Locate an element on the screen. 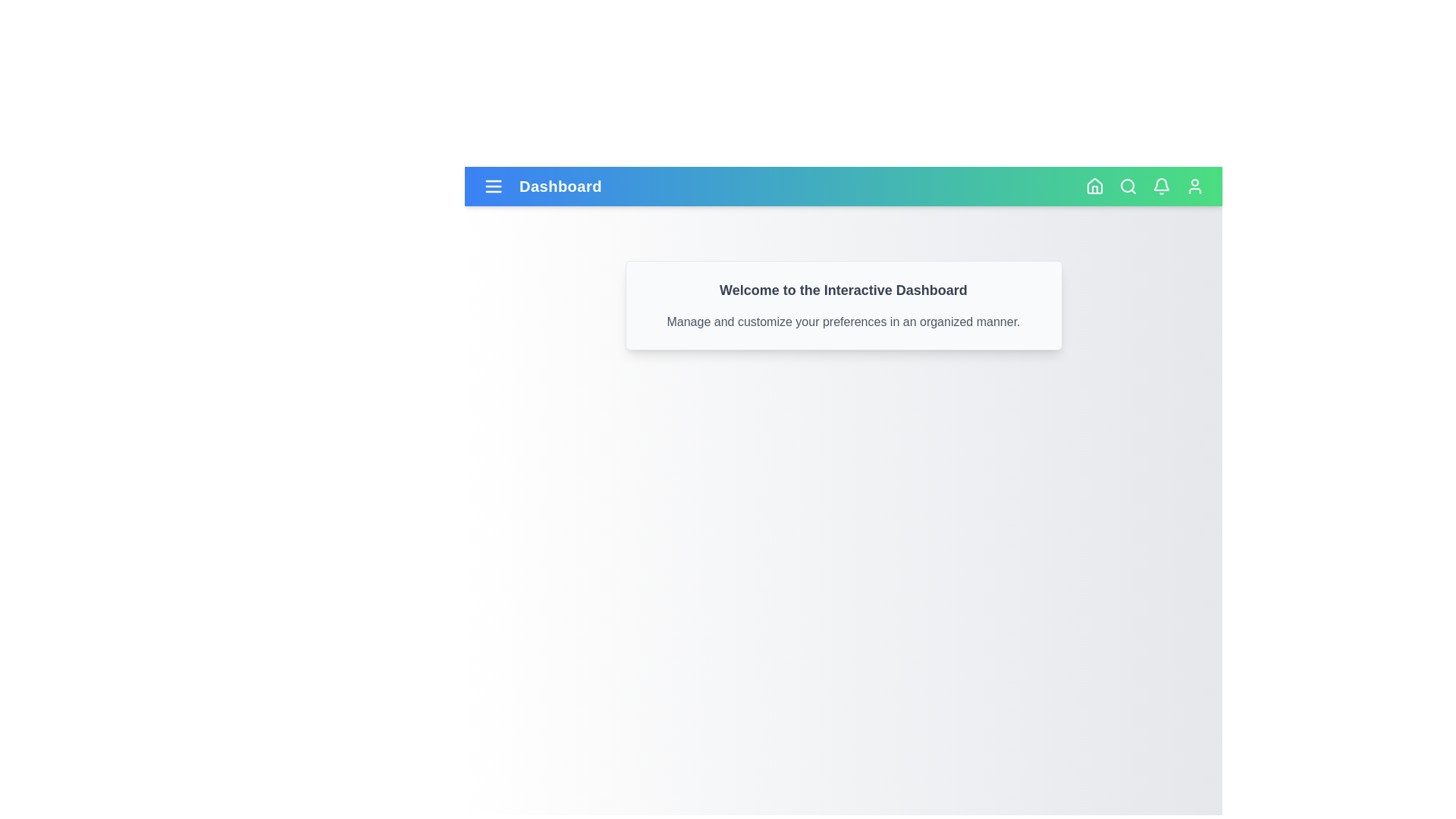 This screenshot has height=819, width=1456. the bell icon to view notifications is located at coordinates (1160, 186).